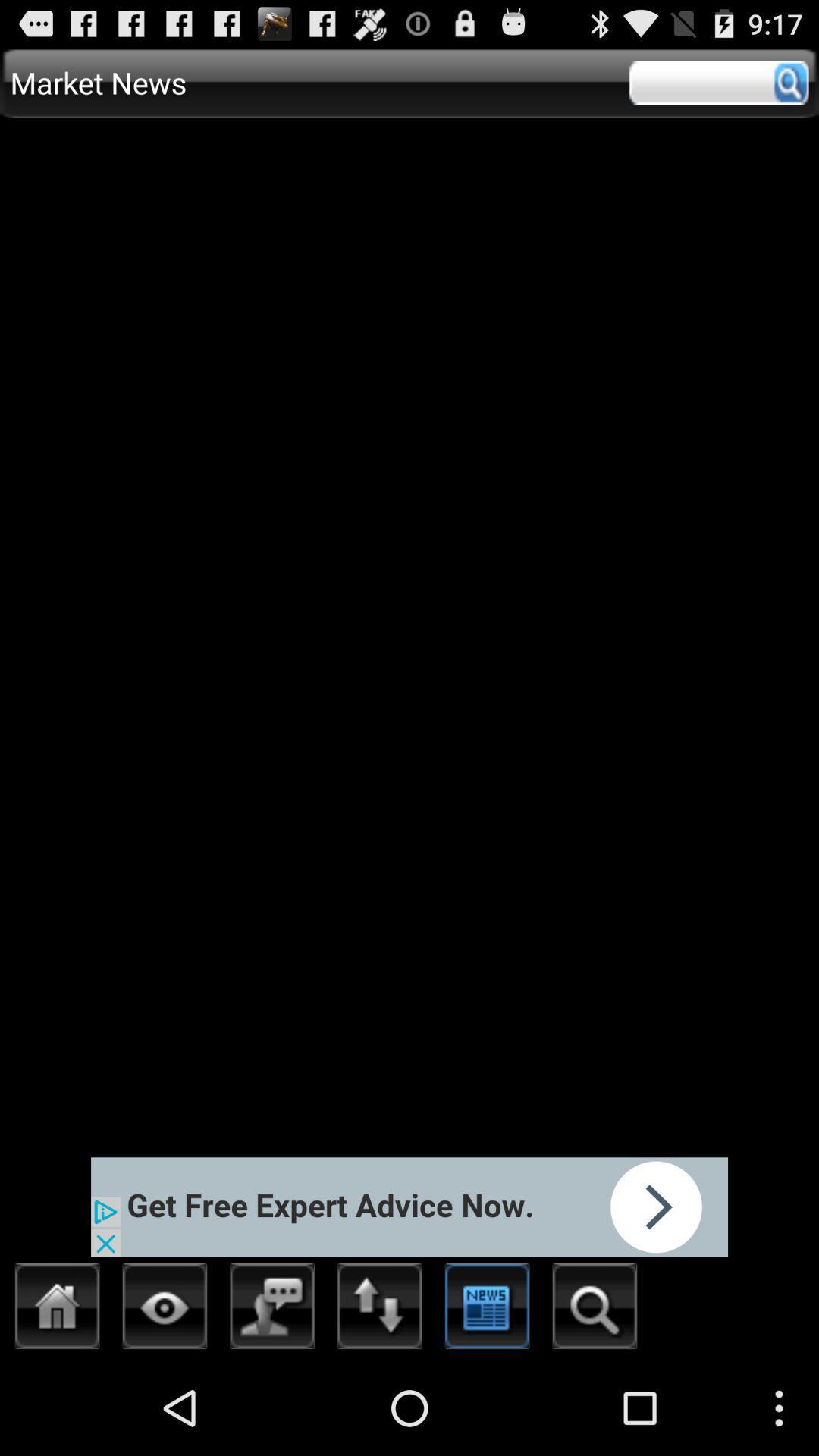 This screenshot has width=819, height=1456. I want to click on the visibility icon, so click(165, 1401).